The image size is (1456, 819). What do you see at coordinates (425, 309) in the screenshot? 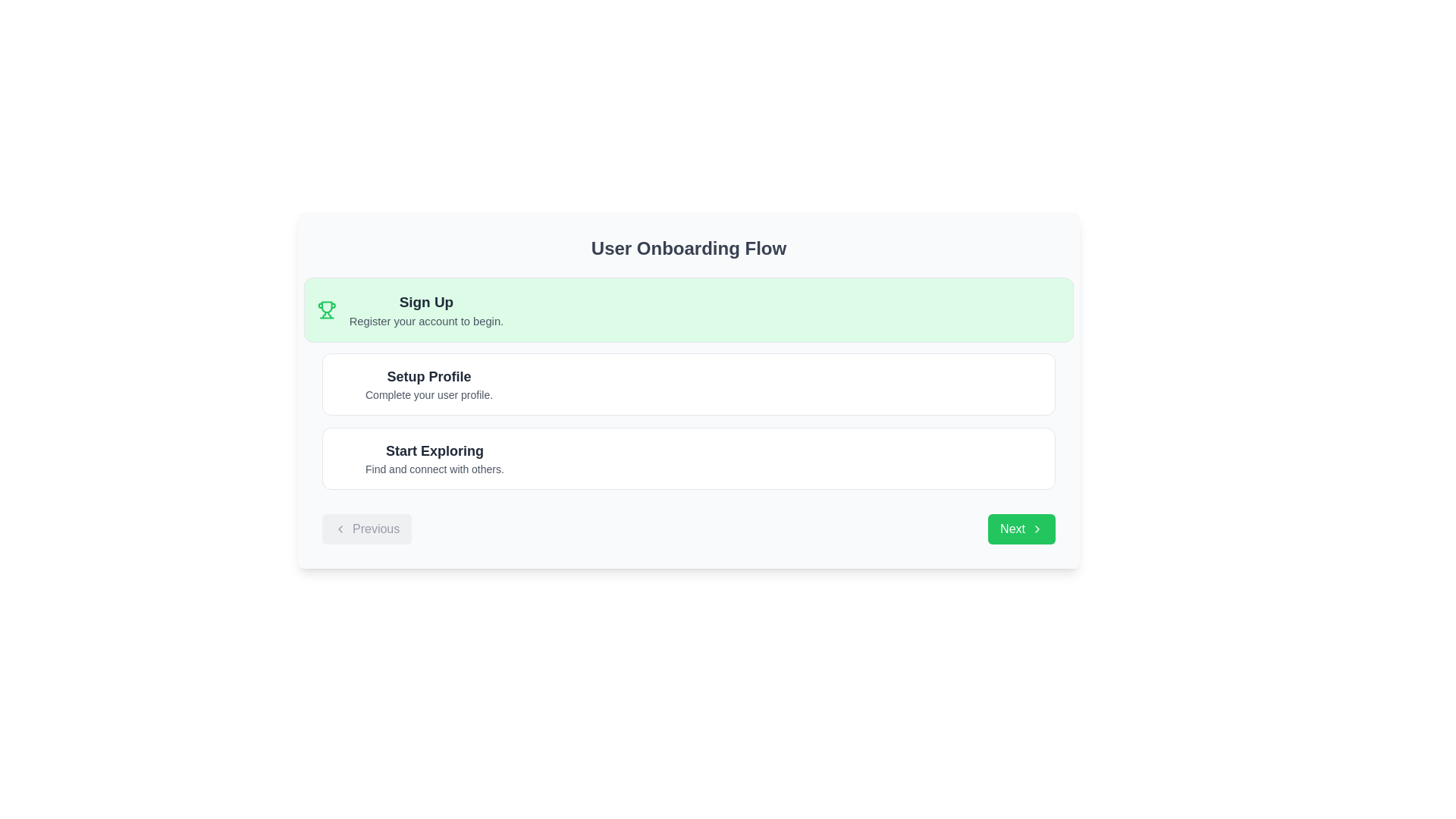
I see `the 'Sign Up' text block located on the left-center of the interface, which contains bold text stating 'Sign Up' and a smaller gray text below it` at bounding box center [425, 309].